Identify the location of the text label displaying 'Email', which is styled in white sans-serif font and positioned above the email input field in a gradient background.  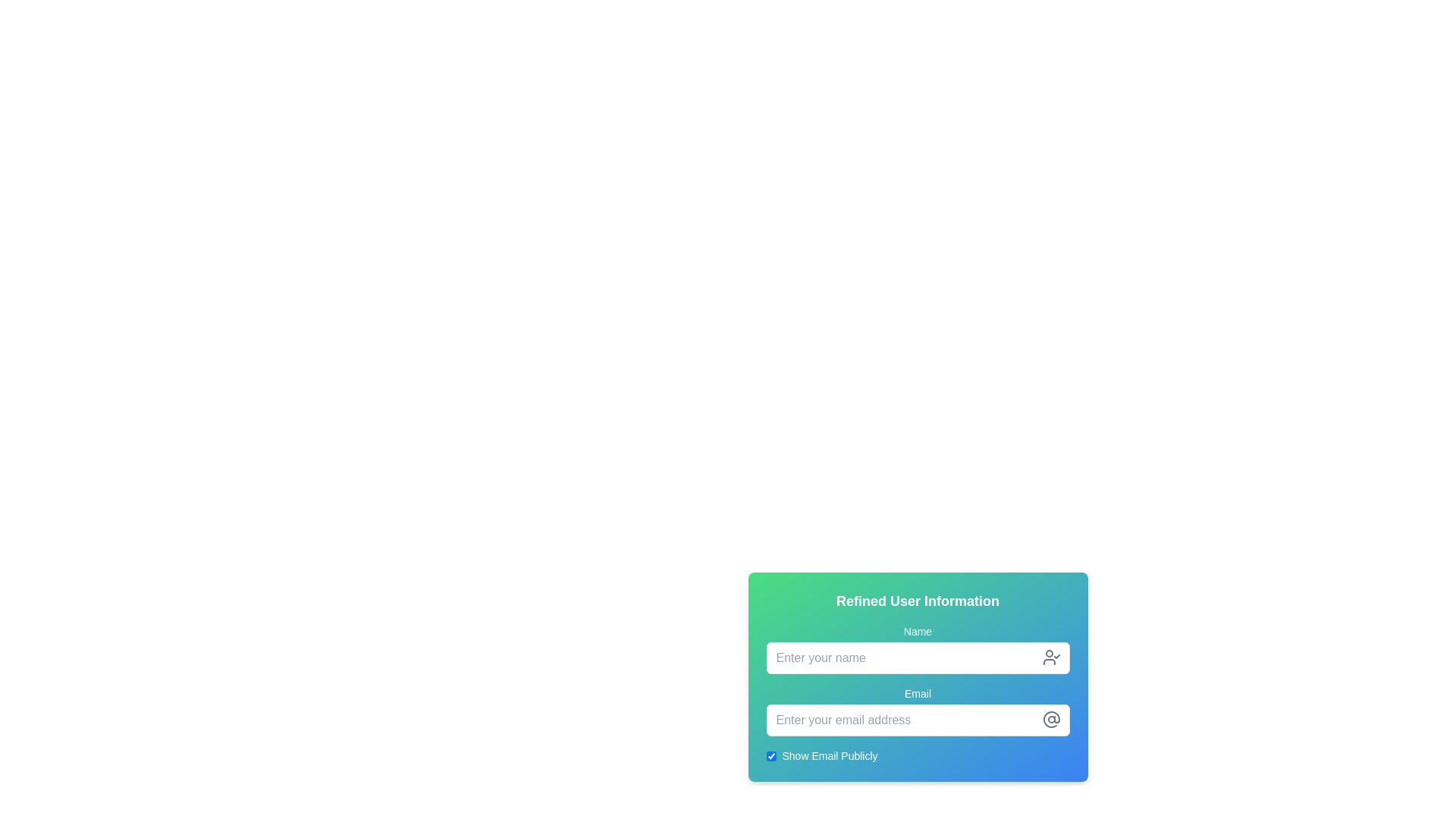
(917, 693).